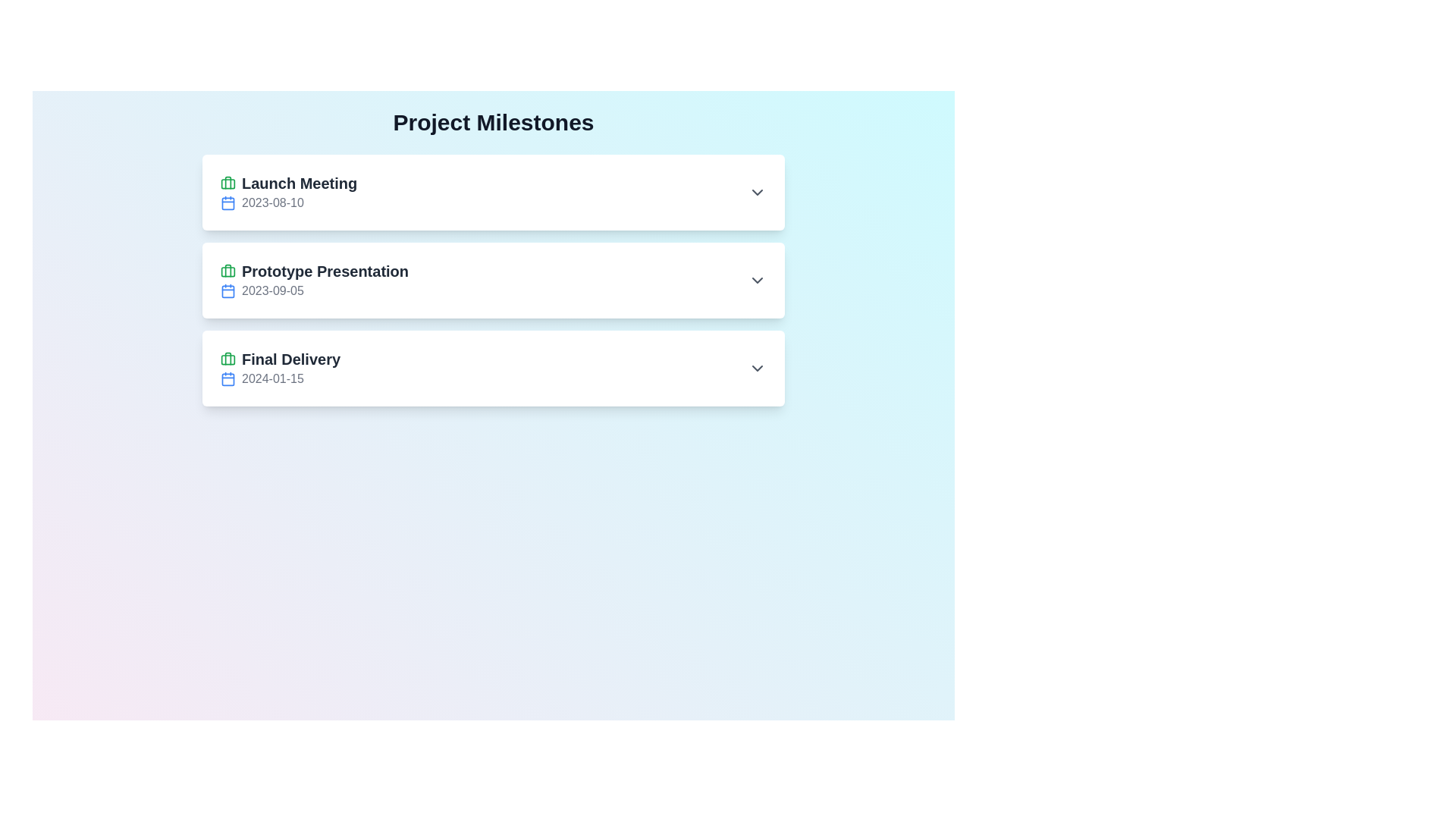  What do you see at coordinates (227, 202) in the screenshot?
I see `the decorative calendar icon located to the left of the date '2023-08-10' and beneath the label 'Launch Meeting' in the 'Project Milestones' section` at bounding box center [227, 202].